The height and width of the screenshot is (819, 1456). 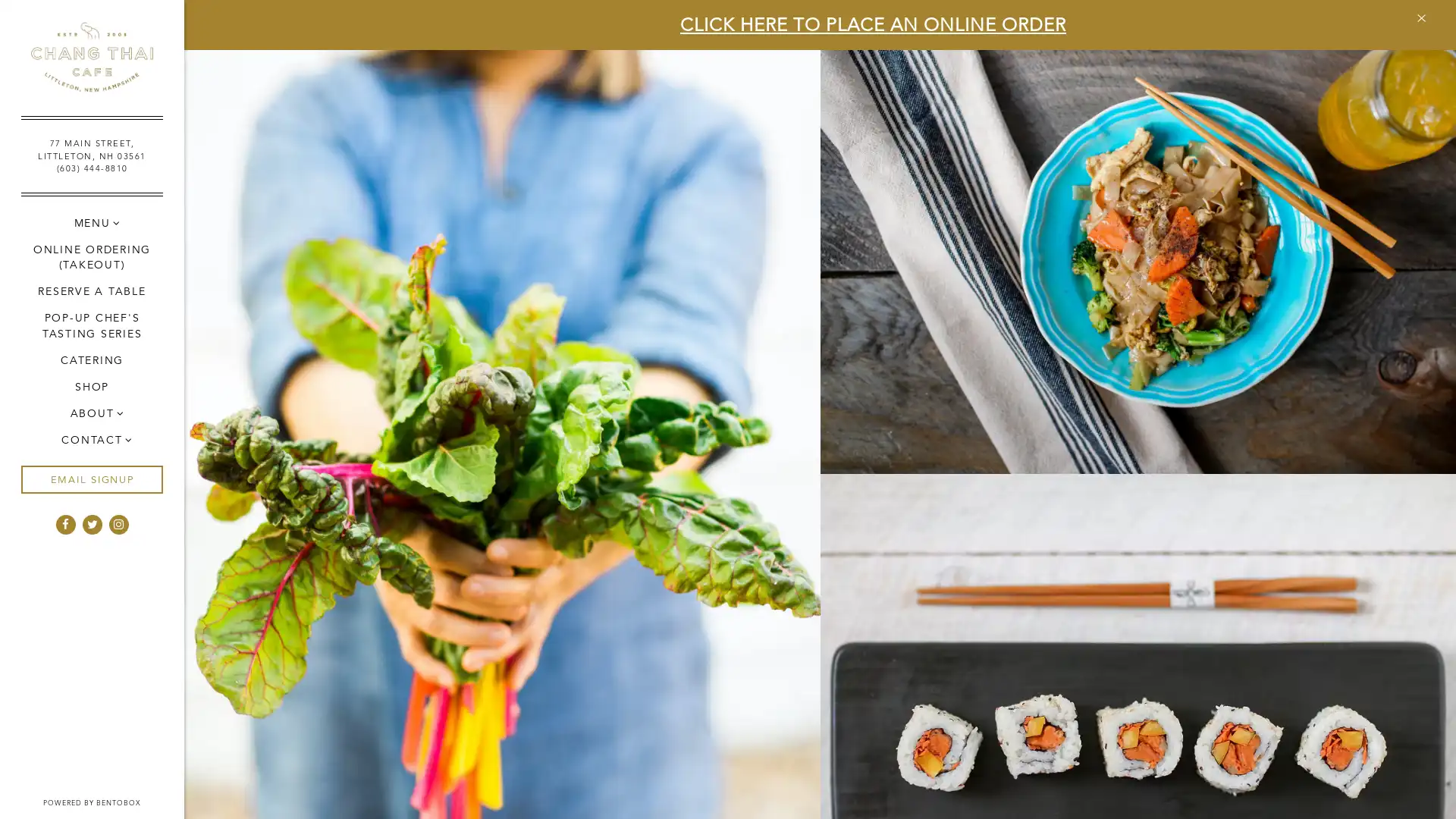 I want to click on ABOUT, so click(x=90, y=413).